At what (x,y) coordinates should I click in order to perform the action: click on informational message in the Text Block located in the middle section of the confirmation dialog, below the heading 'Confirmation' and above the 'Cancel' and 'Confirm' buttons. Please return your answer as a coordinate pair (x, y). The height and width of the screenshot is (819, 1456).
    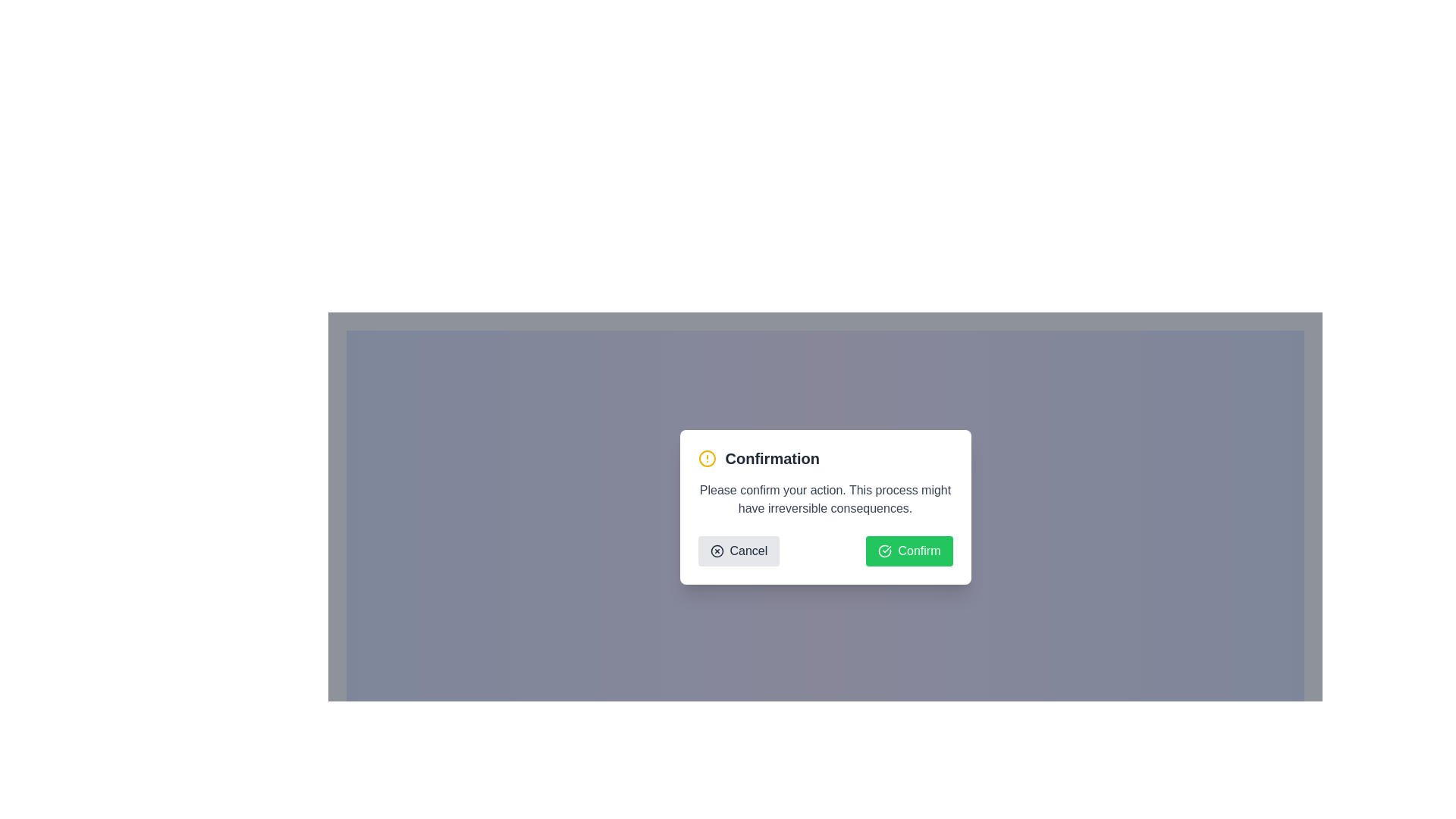
    Looking at the image, I should click on (824, 499).